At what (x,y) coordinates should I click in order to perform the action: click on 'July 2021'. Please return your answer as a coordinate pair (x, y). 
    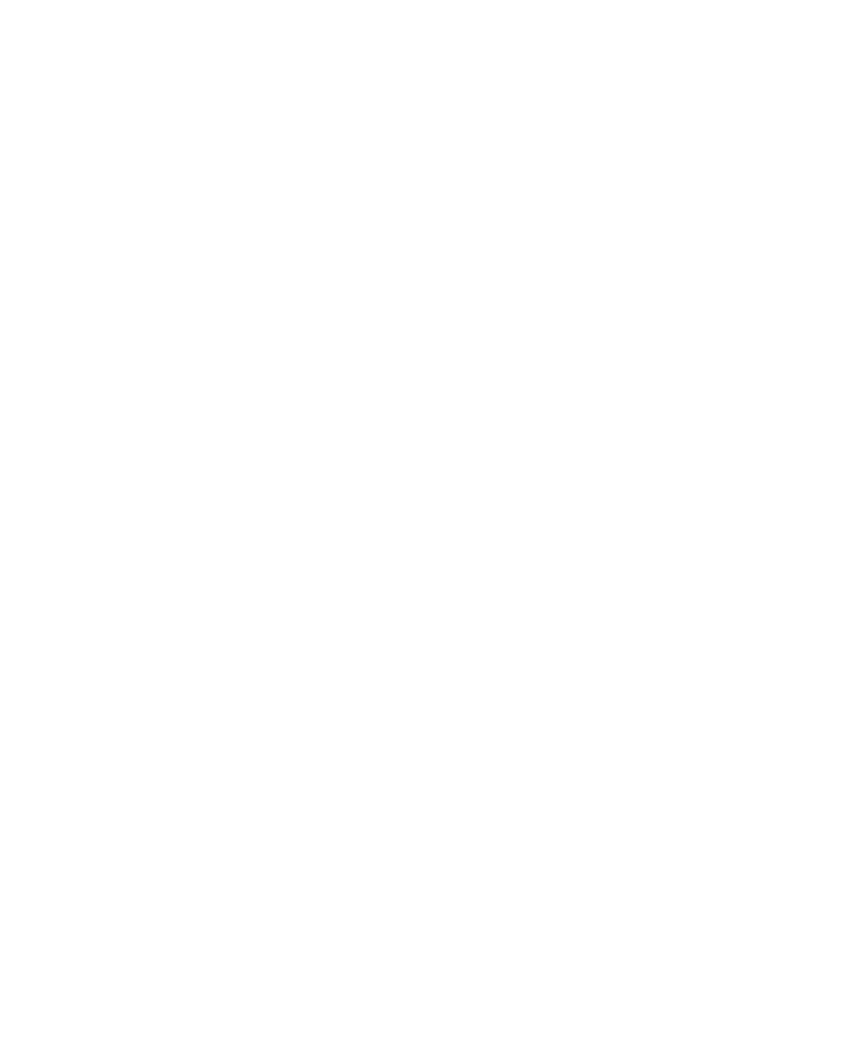
    Looking at the image, I should click on (121, 877).